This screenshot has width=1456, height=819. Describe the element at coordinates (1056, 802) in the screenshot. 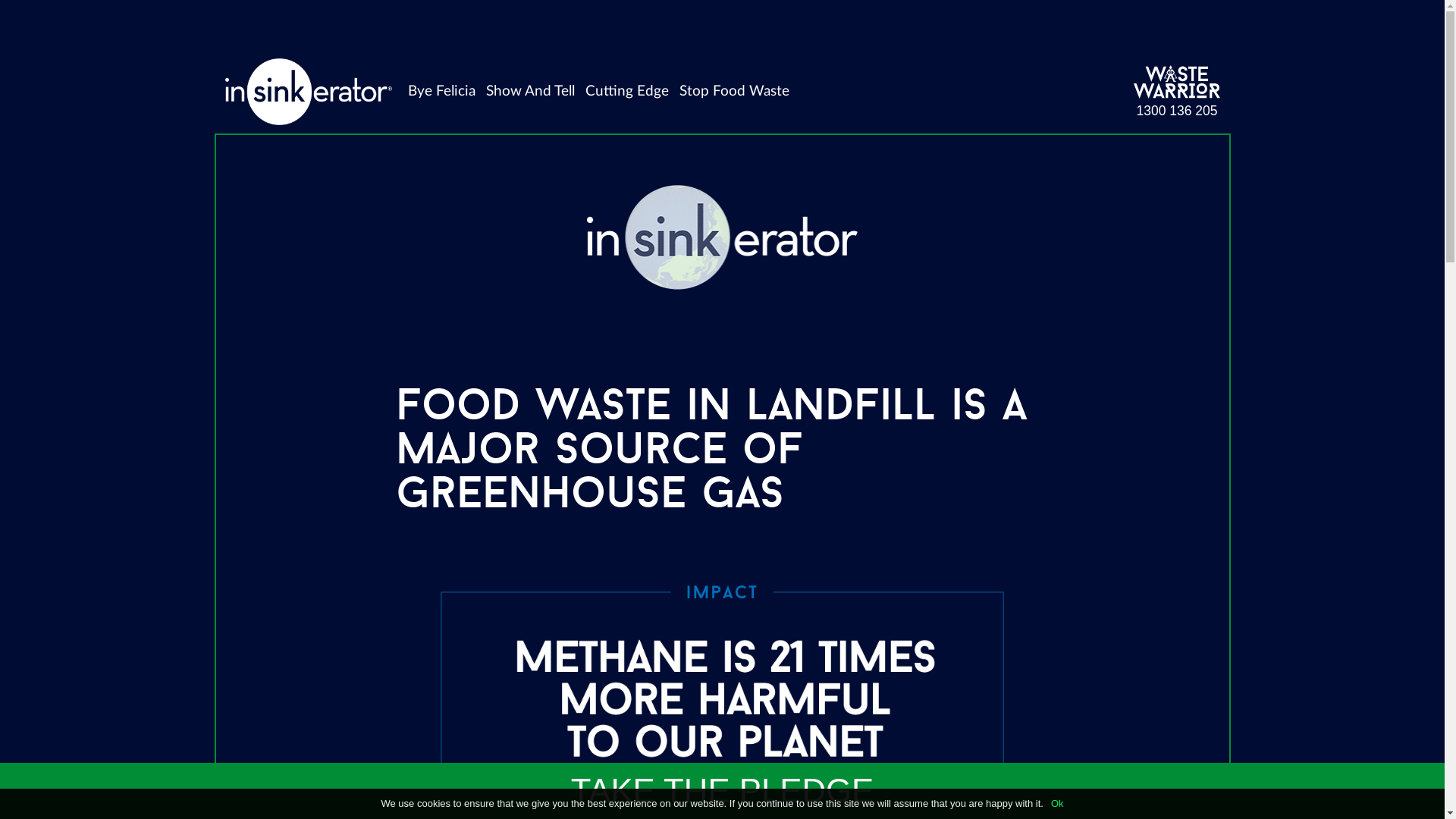

I see `'Ok'` at that location.